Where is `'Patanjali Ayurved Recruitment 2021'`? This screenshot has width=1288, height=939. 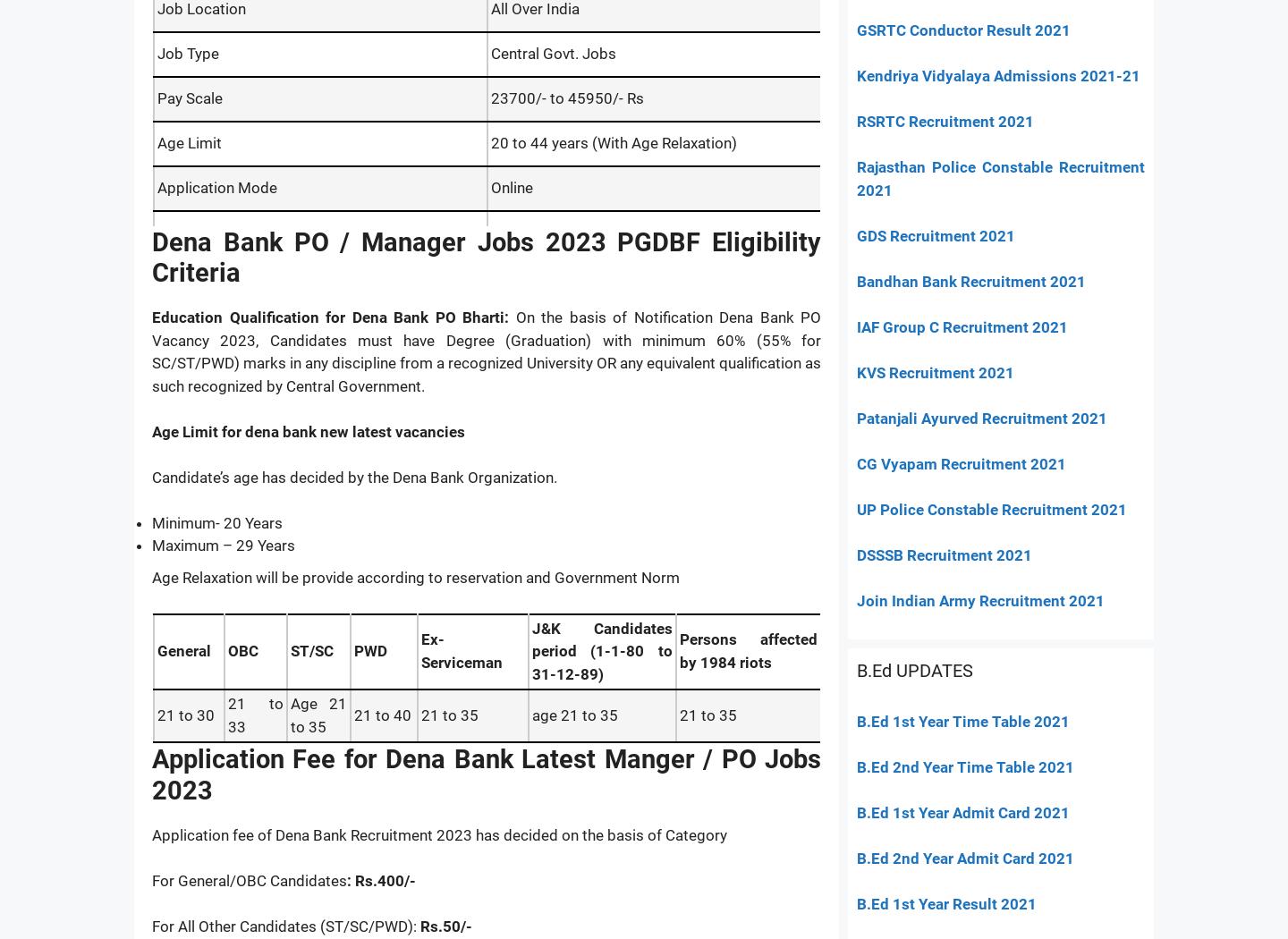
'Patanjali Ayurved Recruitment 2021' is located at coordinates (857, 418).